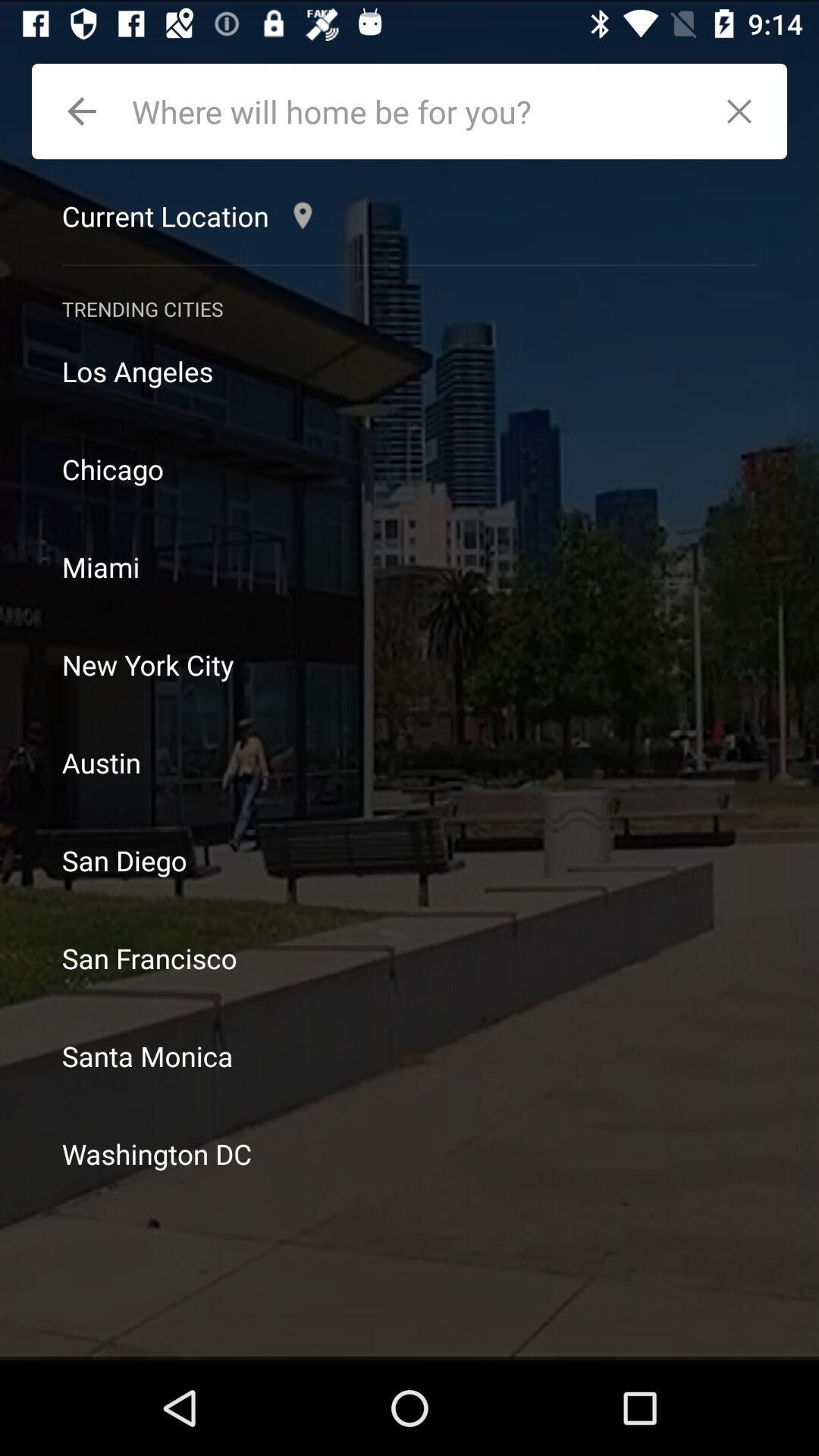  Describe the element at coordinates (82, 111) in the screenshot. I see `the item above current location icon` at that location.